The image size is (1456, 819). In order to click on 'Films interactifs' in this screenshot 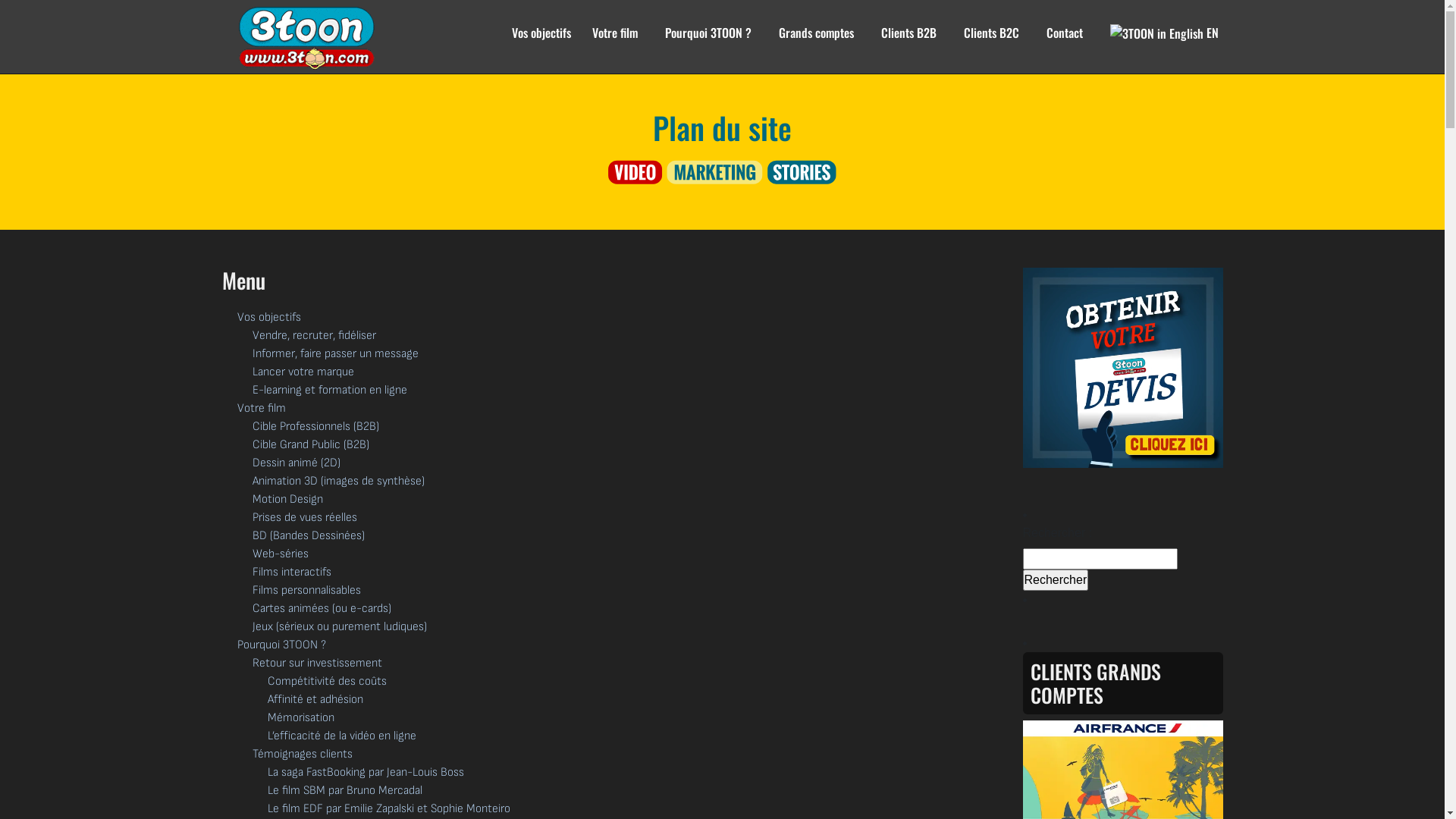, I will do `click(291, 572)`.